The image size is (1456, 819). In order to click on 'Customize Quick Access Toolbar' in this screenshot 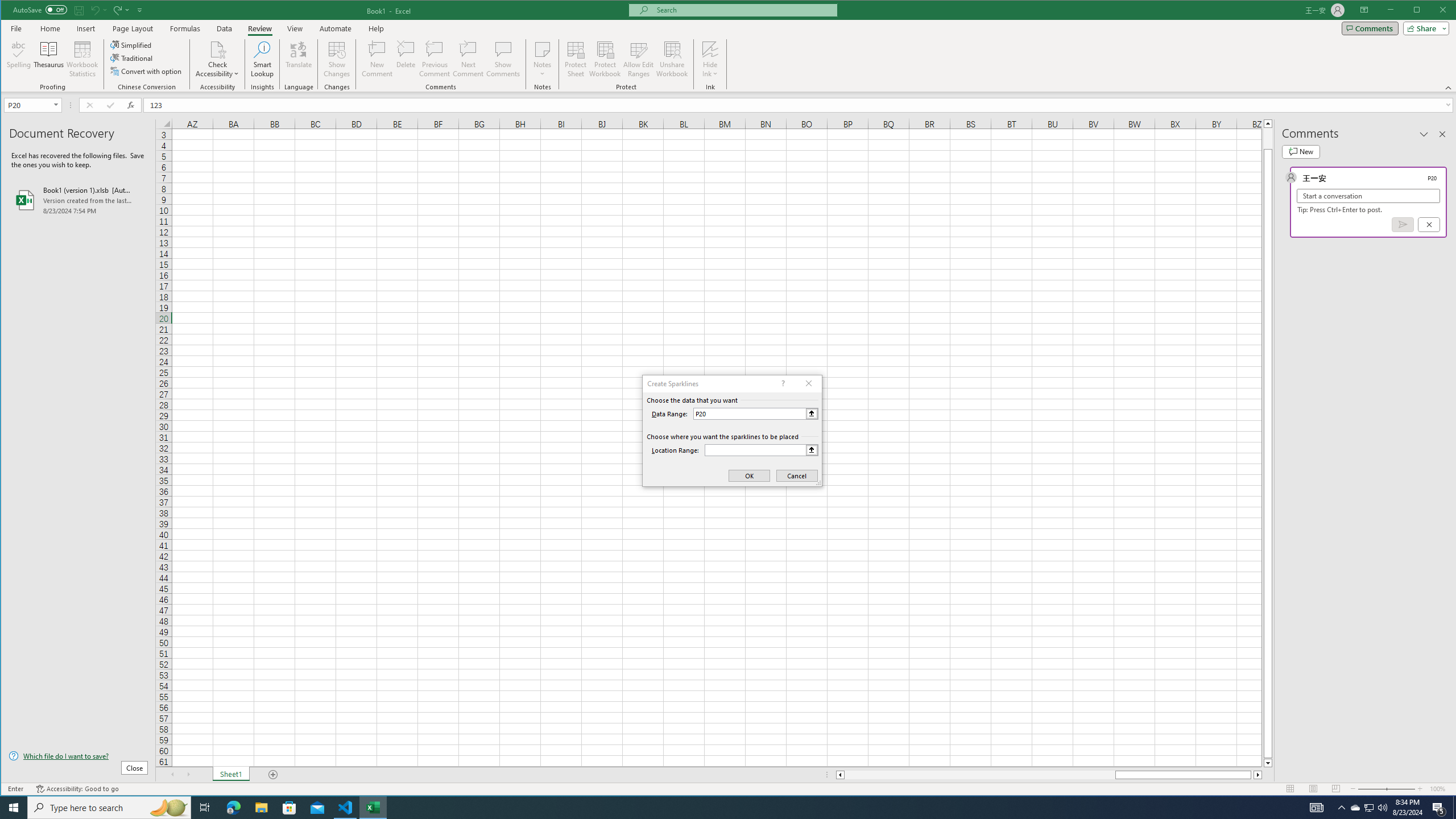, I will do `click(140, 9)`.